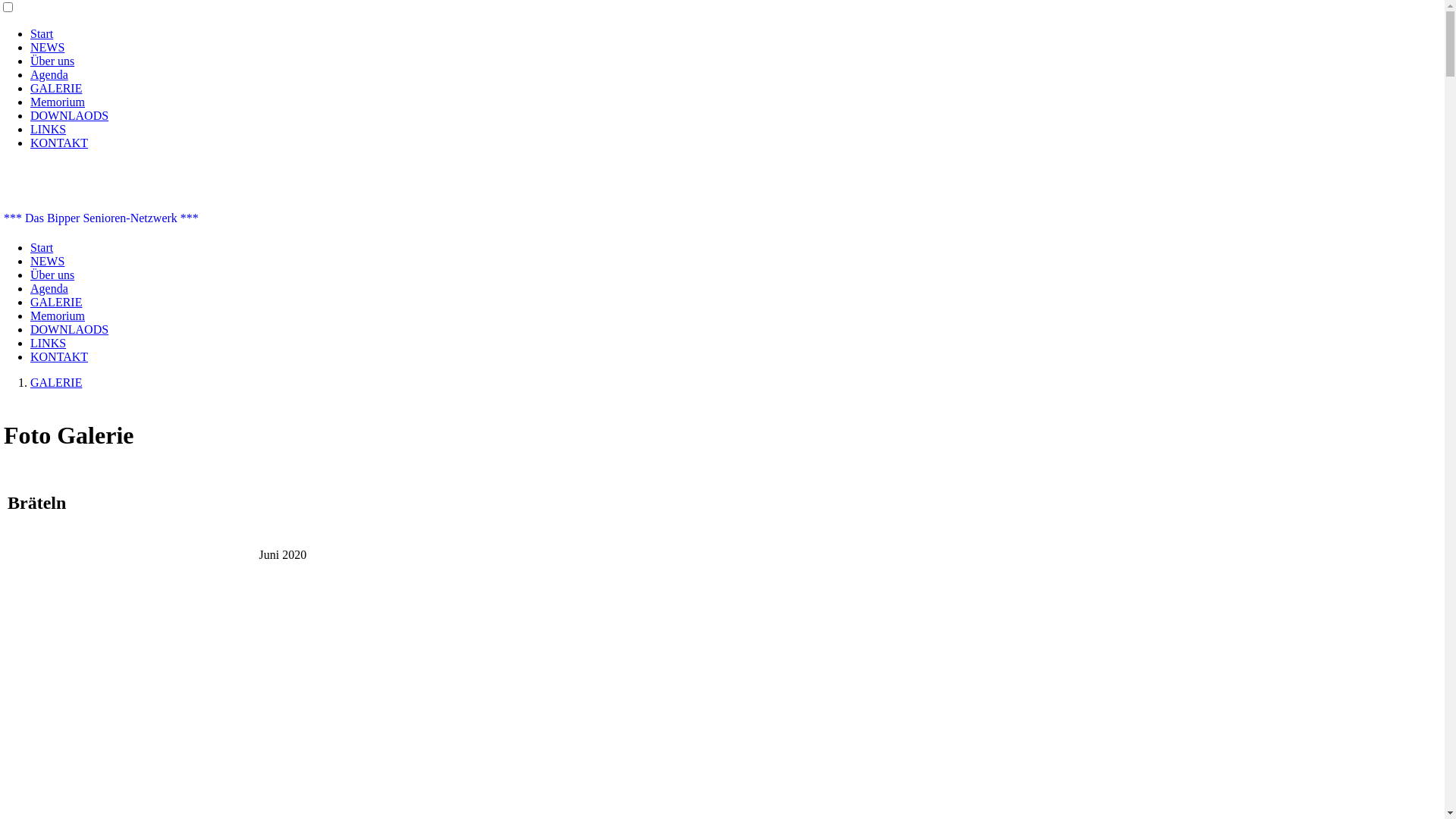 The height and width of the screenshot is (819, 1456). Describe the element at coordinates (30, 246) in the screenshot. I see `'Start'` at that location.